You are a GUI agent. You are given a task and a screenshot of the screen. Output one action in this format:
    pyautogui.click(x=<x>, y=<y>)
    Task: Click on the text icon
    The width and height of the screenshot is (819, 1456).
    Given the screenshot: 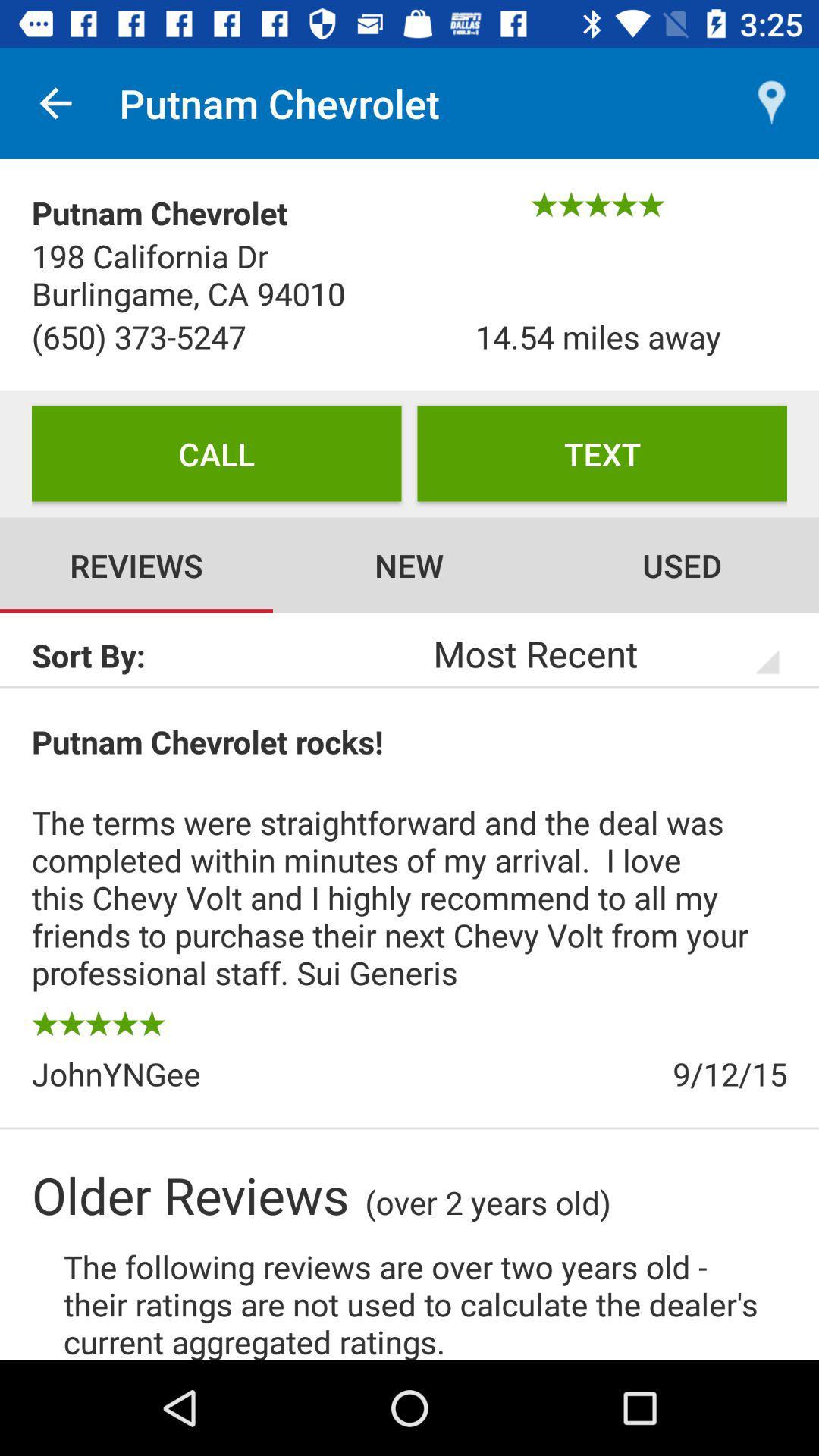 What is the action you would take?
    pyautogui.click(x=601, y=453)
    